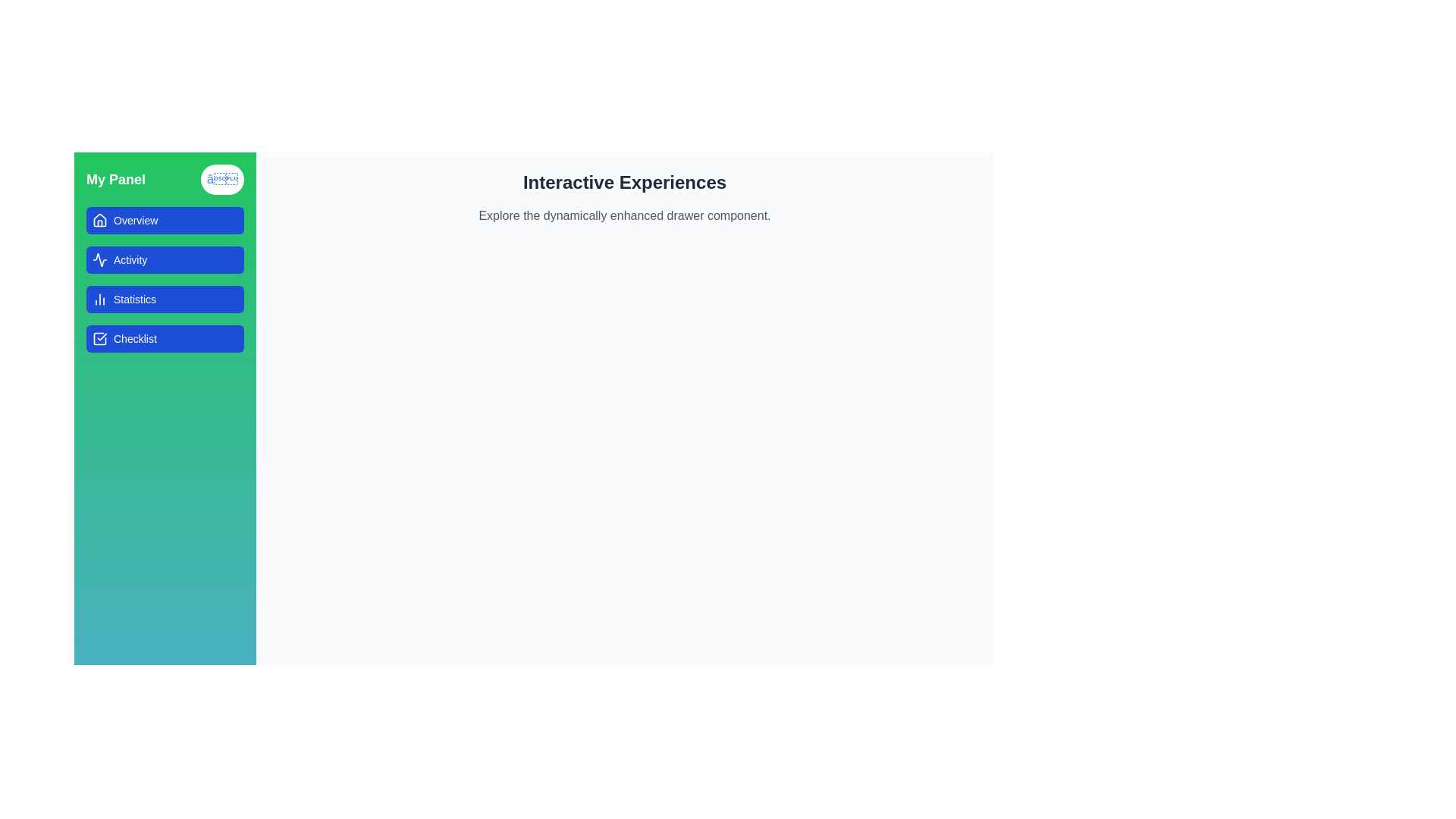 The width and height of the screenshot is (1456, 819). What do you see at coordinates (625, 181) in the screenshot?
I see `the Text Label that serves as a title or heading, located above the descriptive text 'Explore the dynamically enhanced drawer component.'` at bounding box center [625, 181].